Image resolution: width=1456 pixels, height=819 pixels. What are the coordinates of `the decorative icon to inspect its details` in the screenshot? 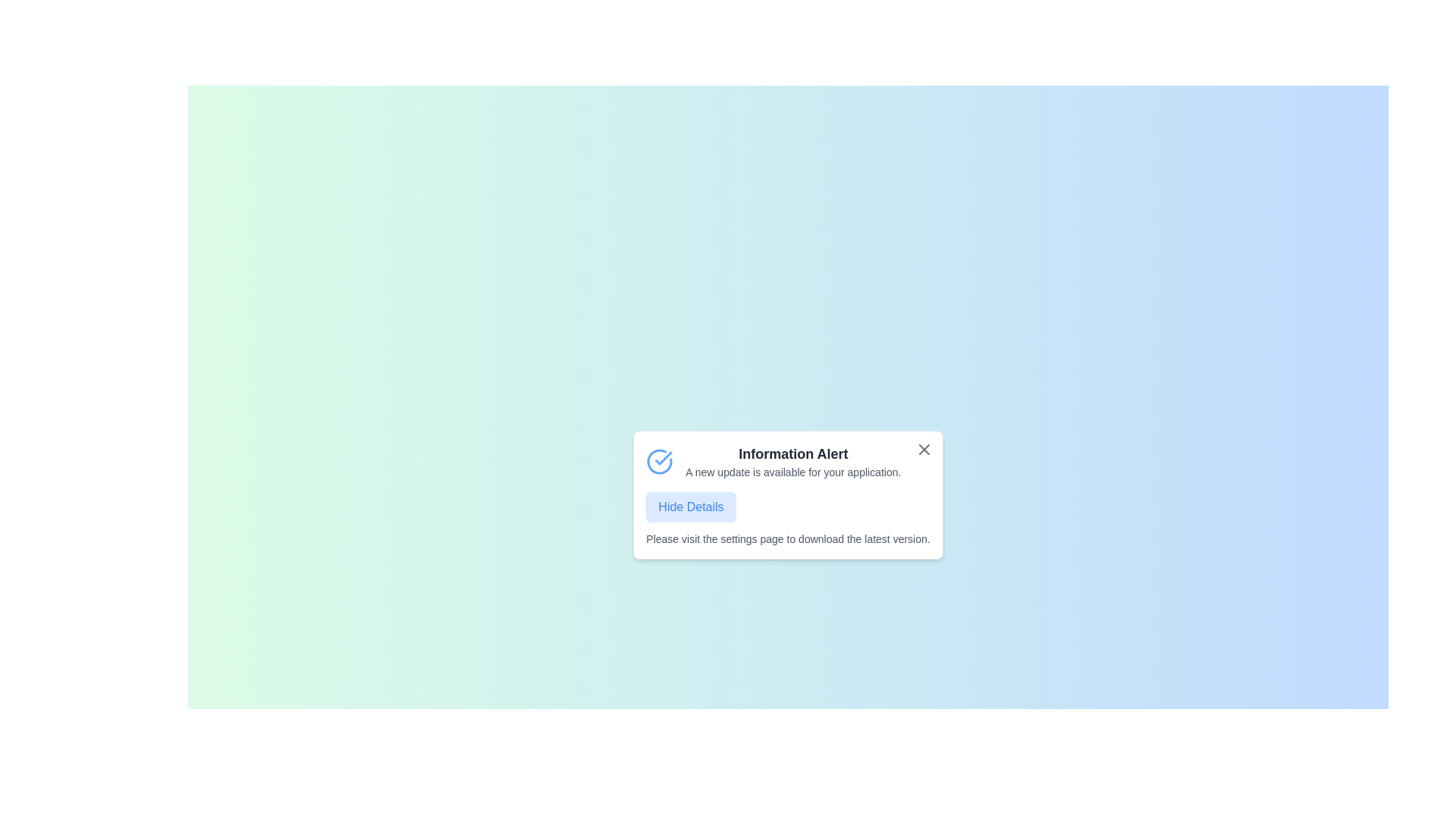 It's located at (659, 461).